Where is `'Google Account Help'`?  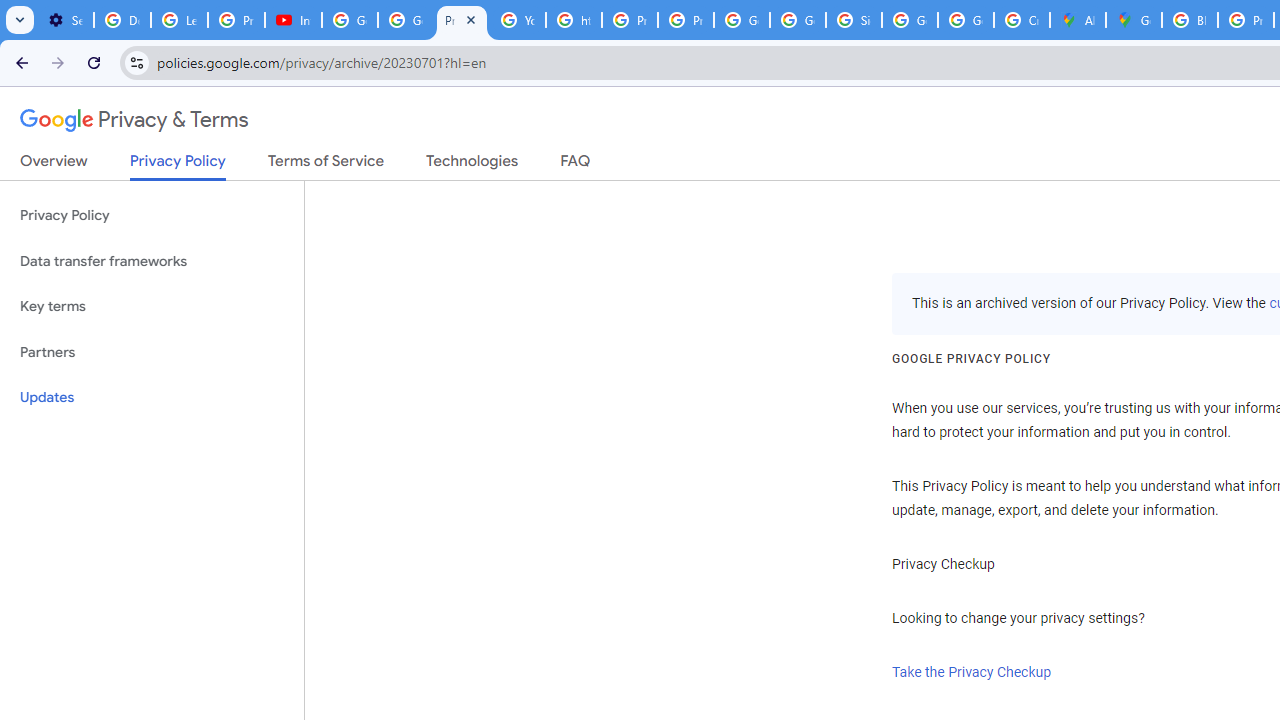 'Google Account Help' is located at coordinates (404, 20).